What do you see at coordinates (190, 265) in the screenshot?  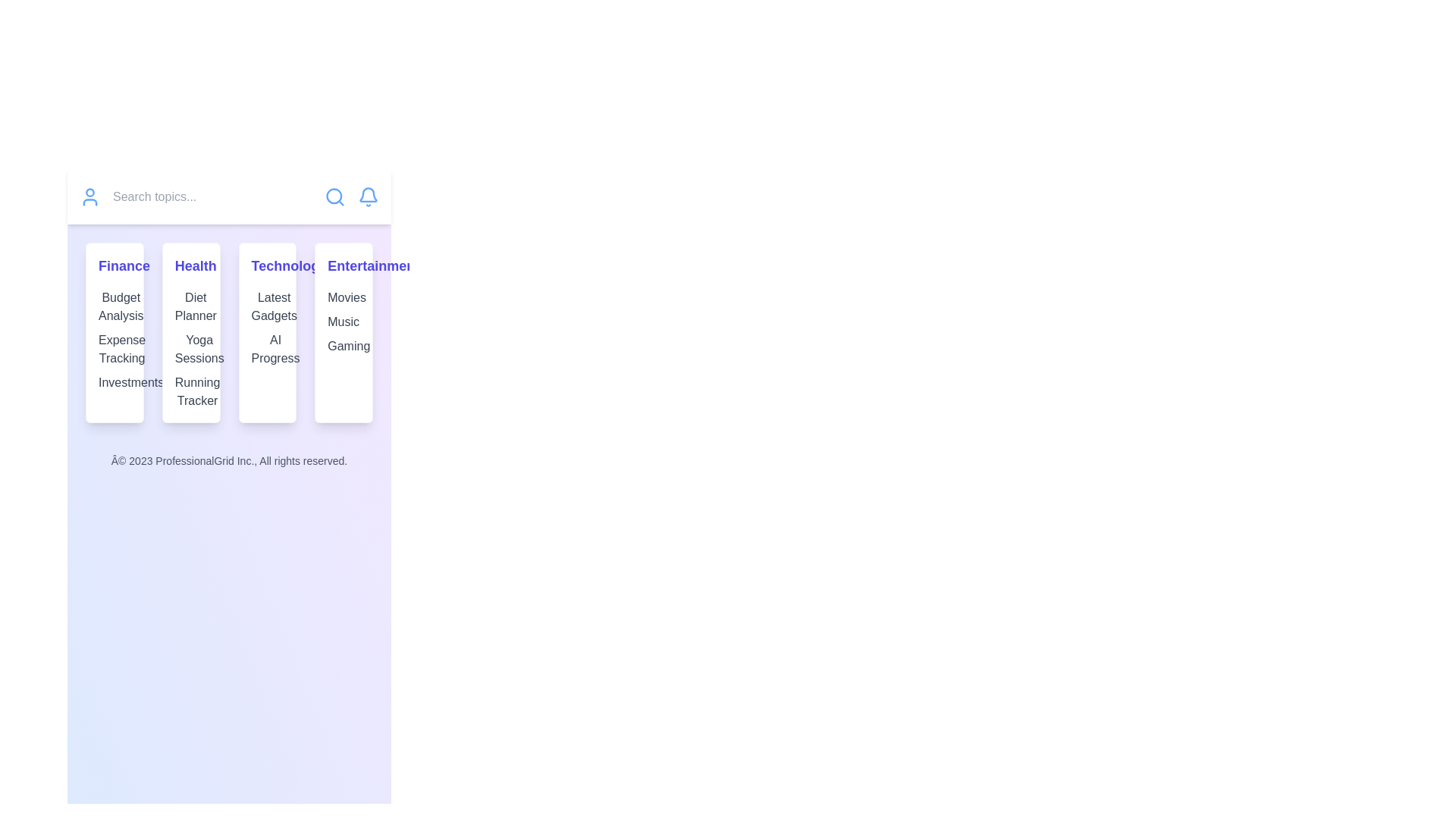 I see `the bold indigo 'Health' text at the top of the second card in a grid layout` at bounding box center [190, 265].